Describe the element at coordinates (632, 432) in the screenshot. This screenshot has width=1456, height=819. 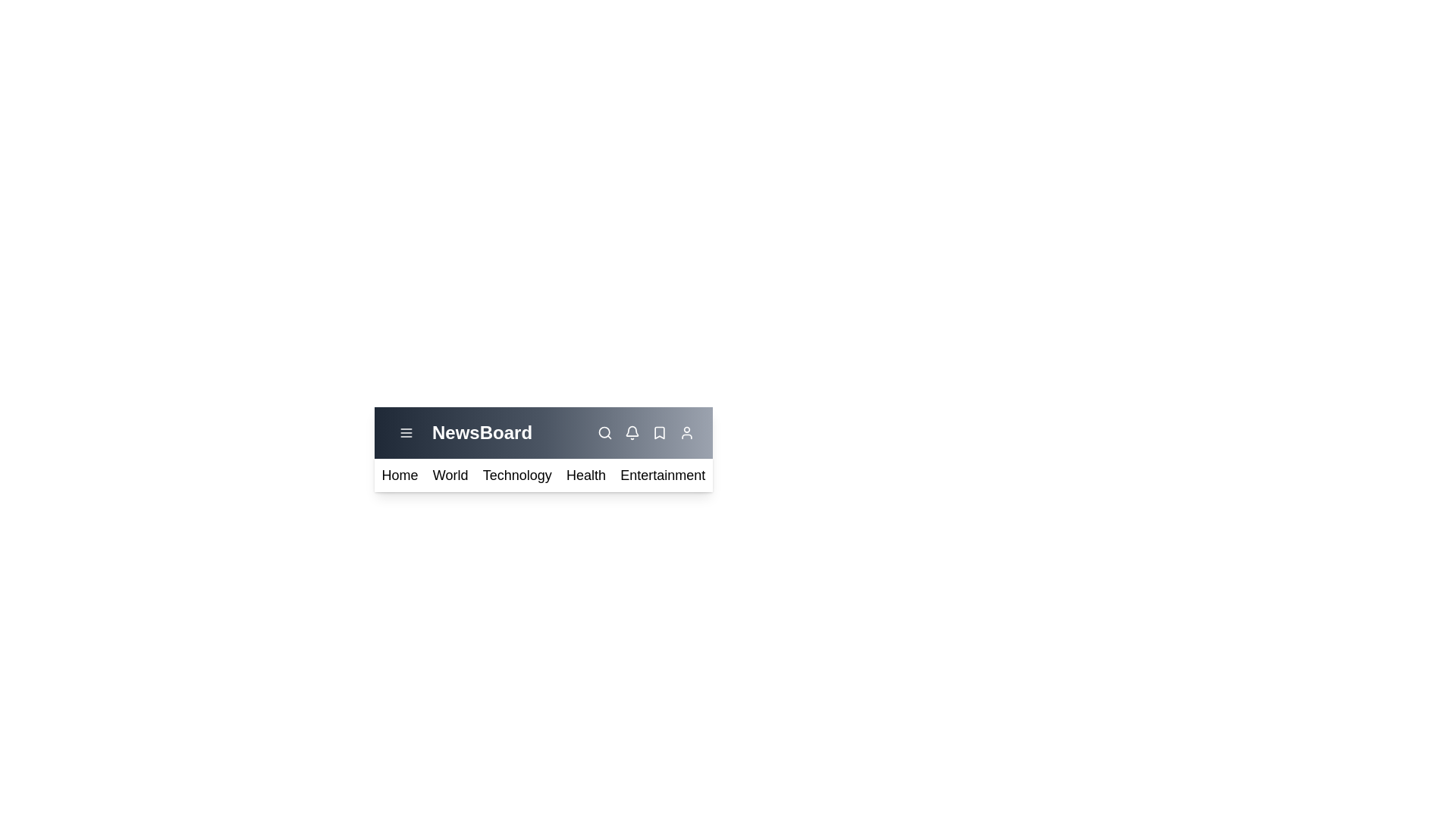
I see `the notification icon (bell icon) to view notifications` at that location.